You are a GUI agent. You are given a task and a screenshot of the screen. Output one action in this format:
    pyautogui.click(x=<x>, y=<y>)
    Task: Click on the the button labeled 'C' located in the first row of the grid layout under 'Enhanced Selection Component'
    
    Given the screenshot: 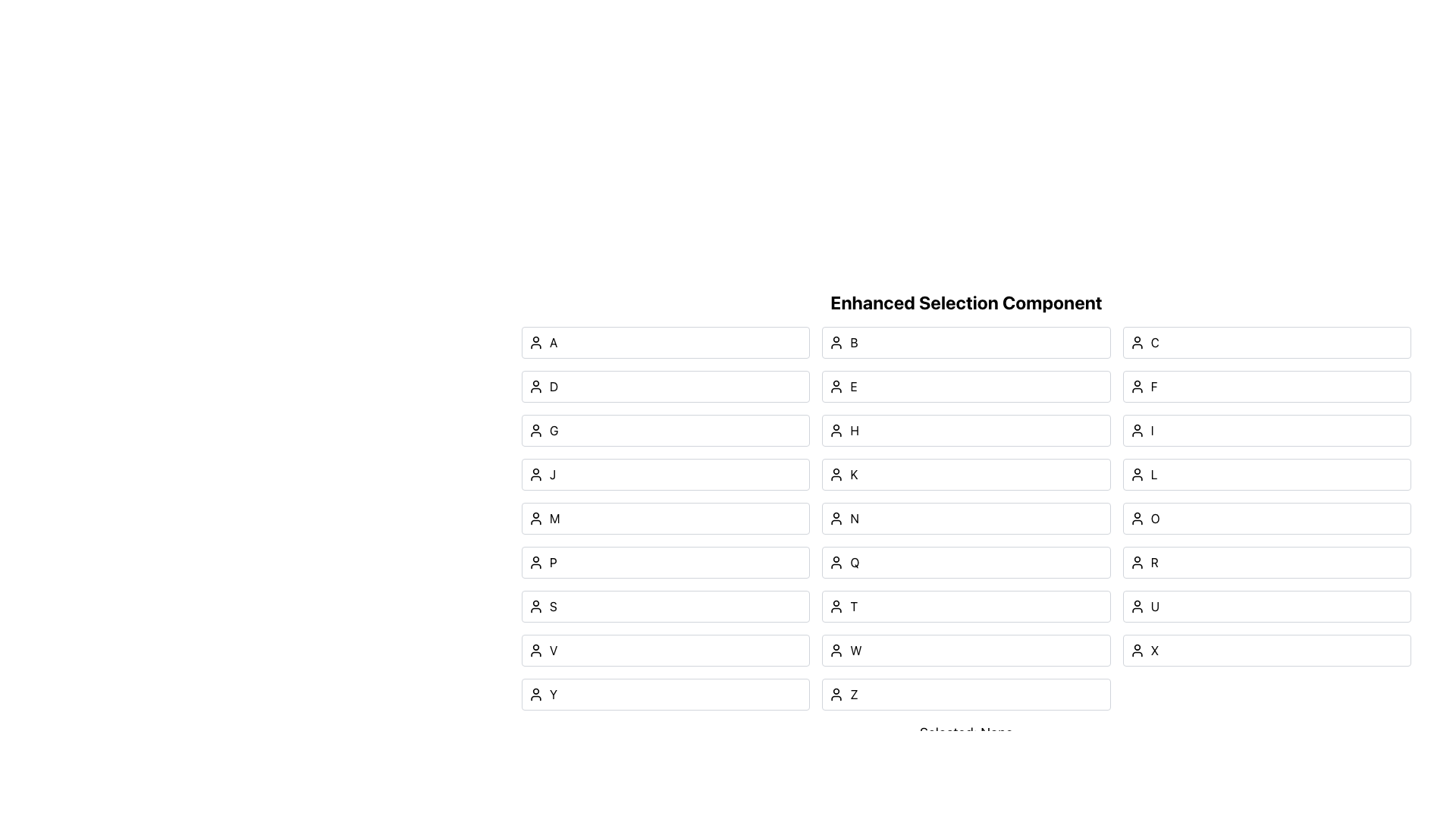 What is the action you would take?
    pyautogui.click(x=1266, y=342)
    